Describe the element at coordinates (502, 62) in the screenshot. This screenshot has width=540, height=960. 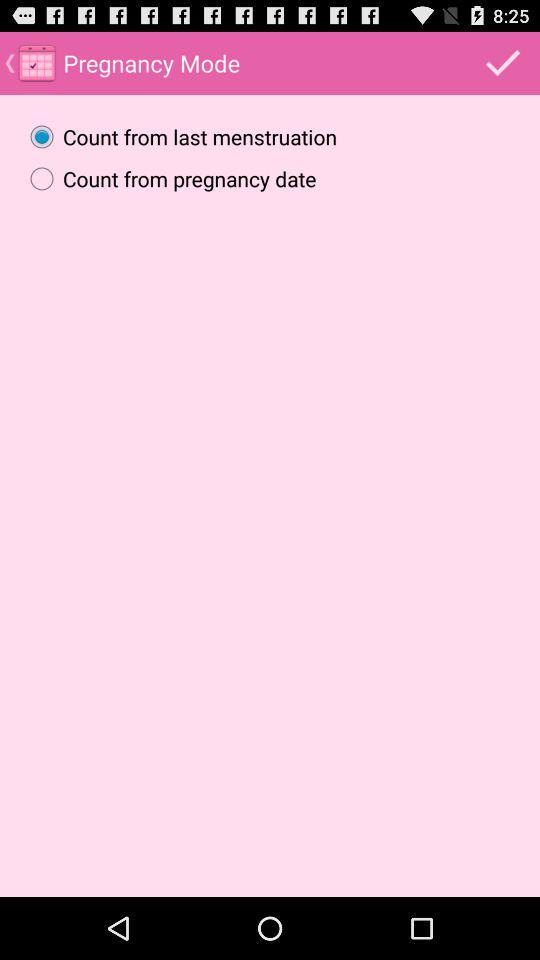
I see `the option` at that location.